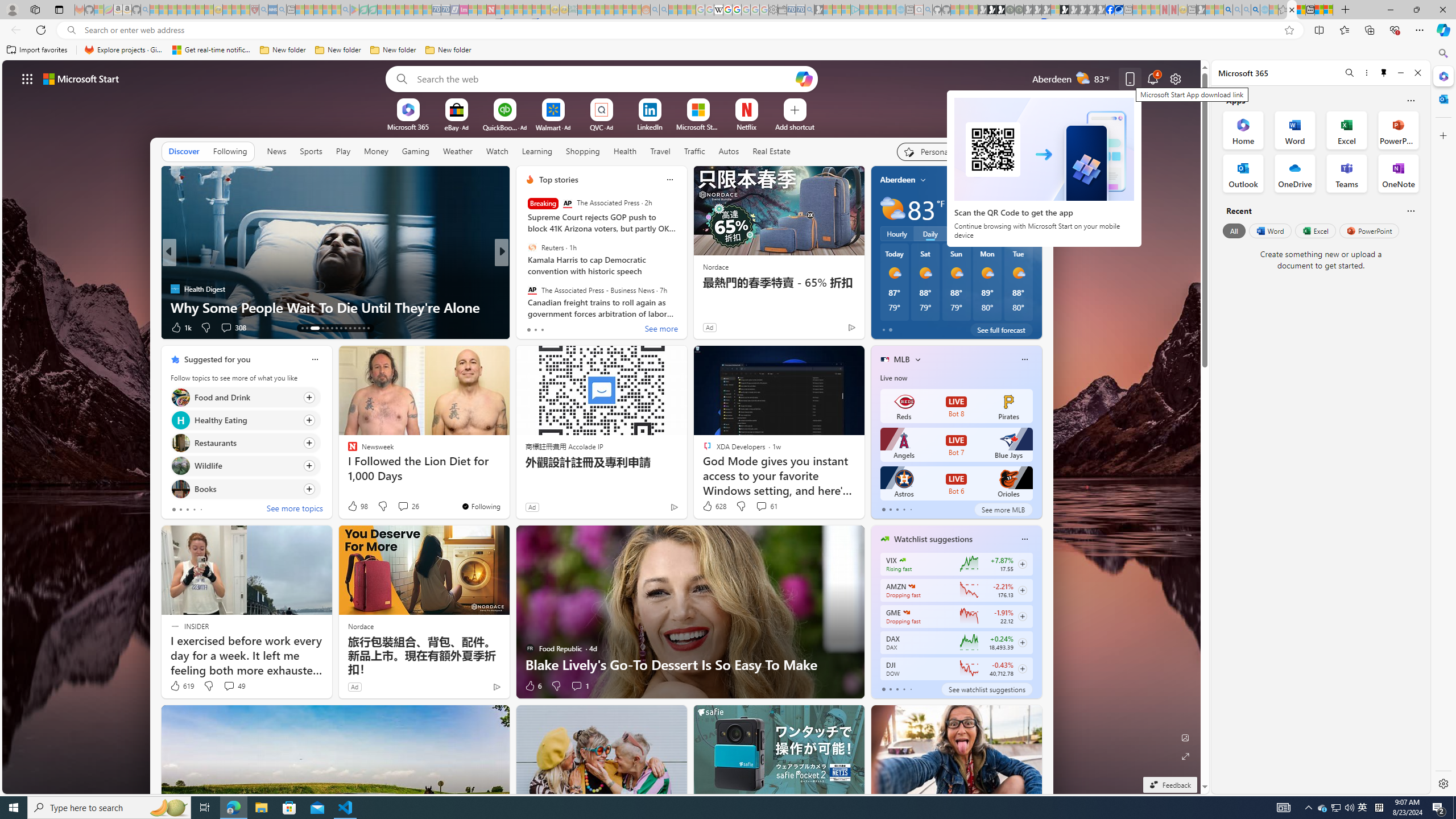  Describe the element at coordinates (524, 288) in the screenshot. I see `'Dagens News (US)'` at that location.